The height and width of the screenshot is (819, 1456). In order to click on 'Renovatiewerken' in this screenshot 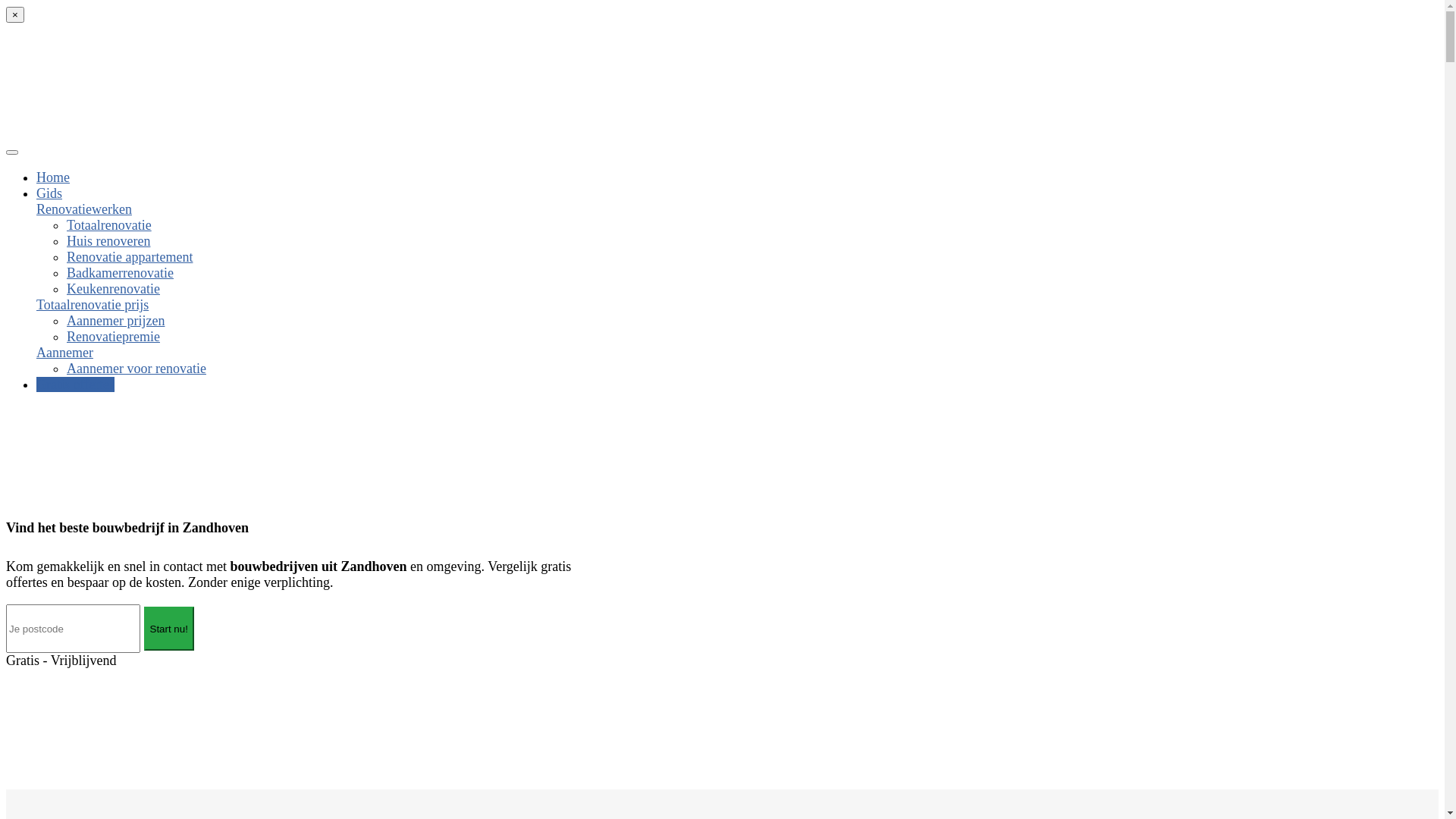, I will do `click(83, 209)`.